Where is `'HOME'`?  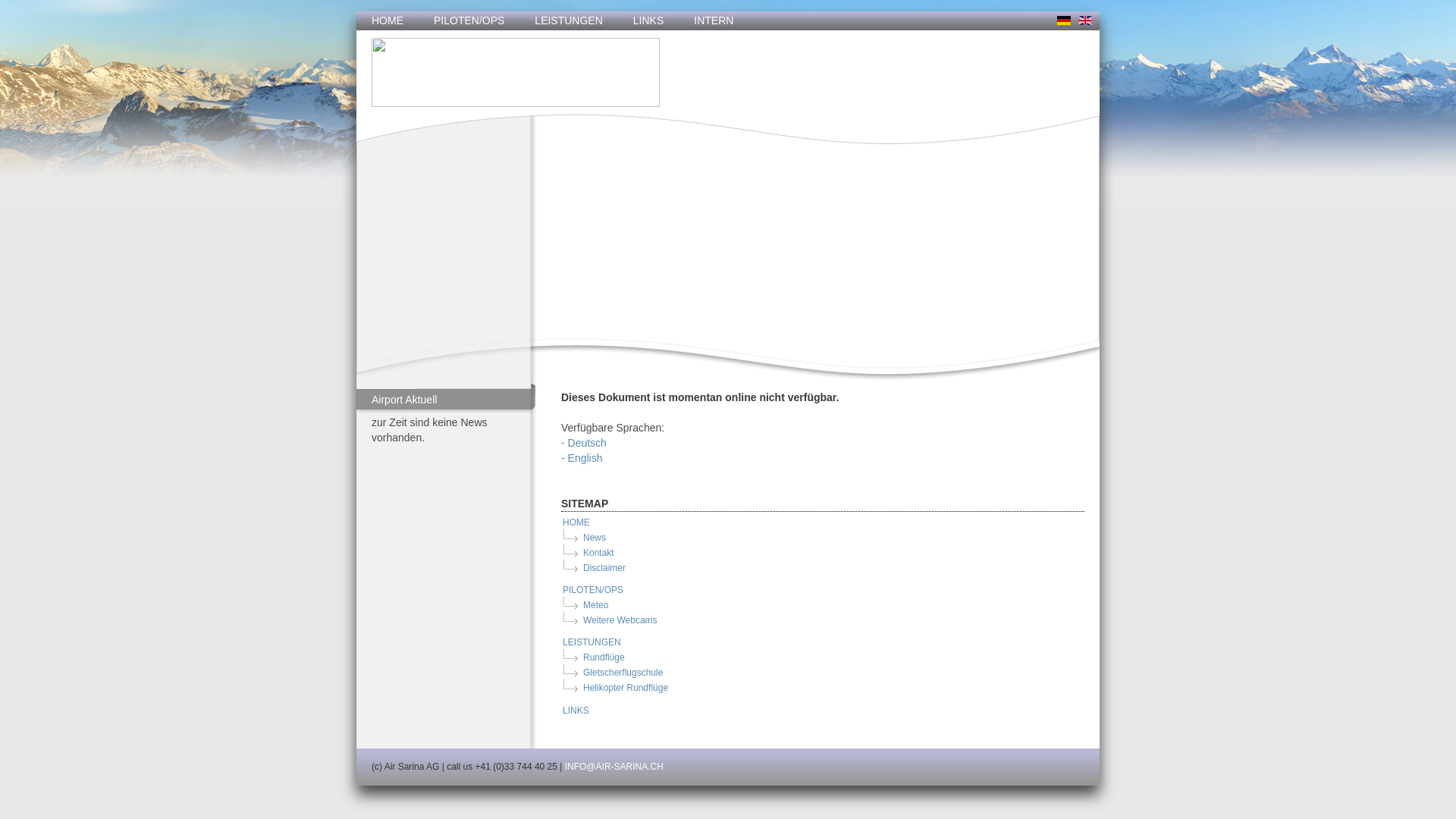 'HOME' is located at coordinates (560, 522).